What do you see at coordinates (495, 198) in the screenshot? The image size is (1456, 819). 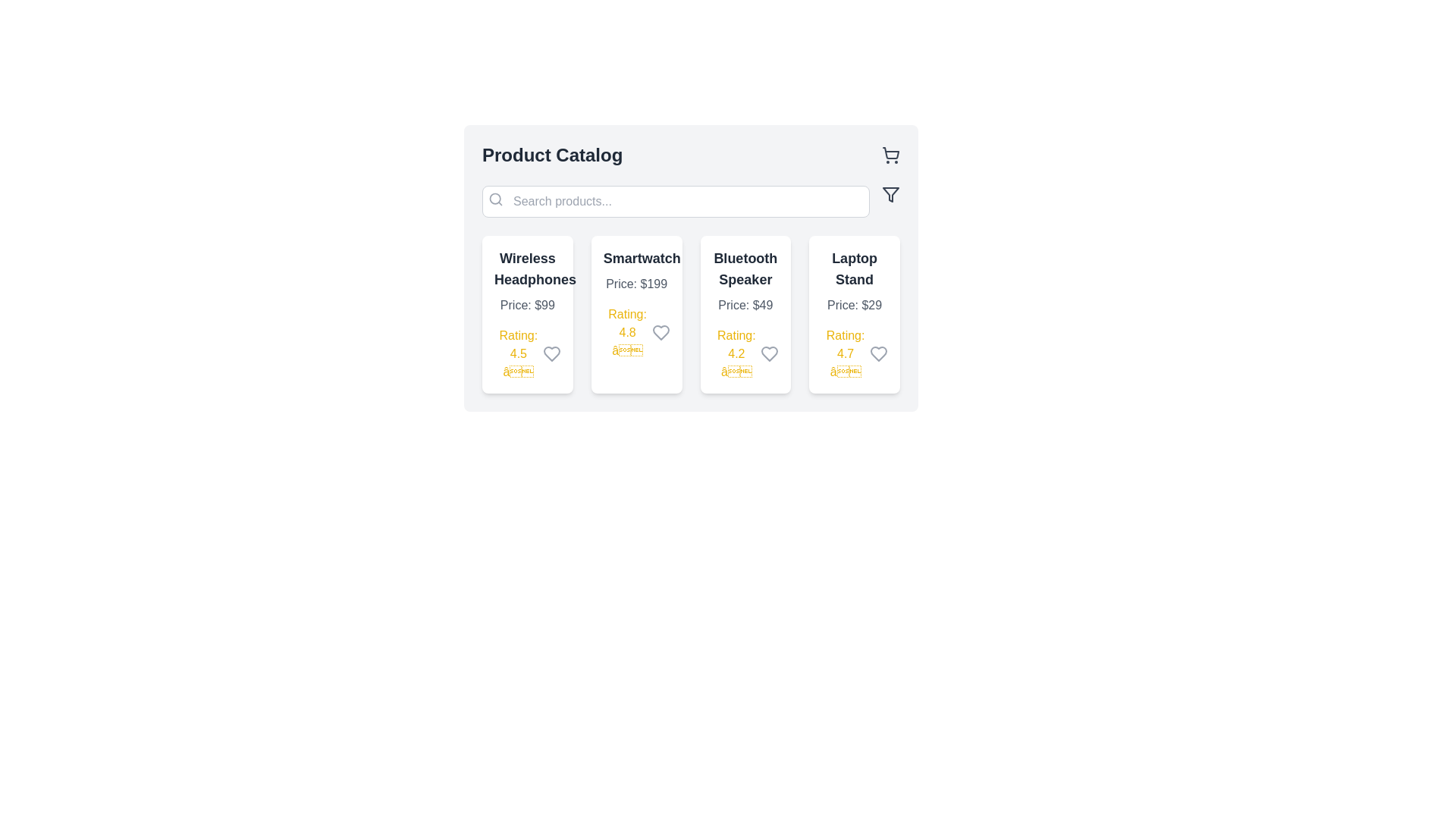 I see `the small circular decorative element within the search icon located at the left side of the input field in the top section of the interface` at bounding box center [495, 198].